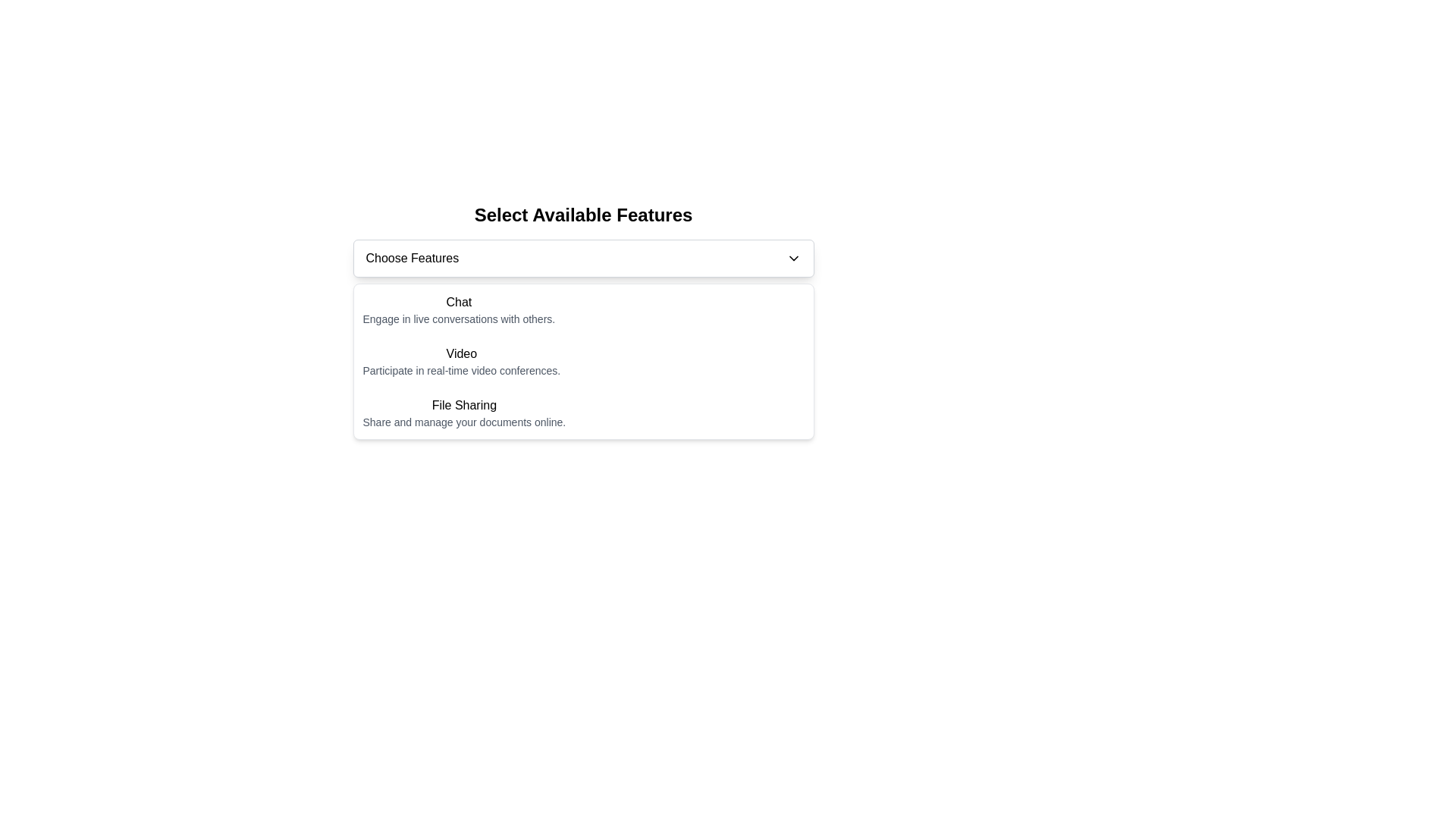 This screenshot has height=819, width=1456. What do you see at coordinates (458, 309) in the screenshot?
I see `the 'Chat' text block option in the settings menu, which serves as a descriptive label and is positioned below the 'Choose Features' dropdown and above 'Video'` at bounding box center [458, 309].